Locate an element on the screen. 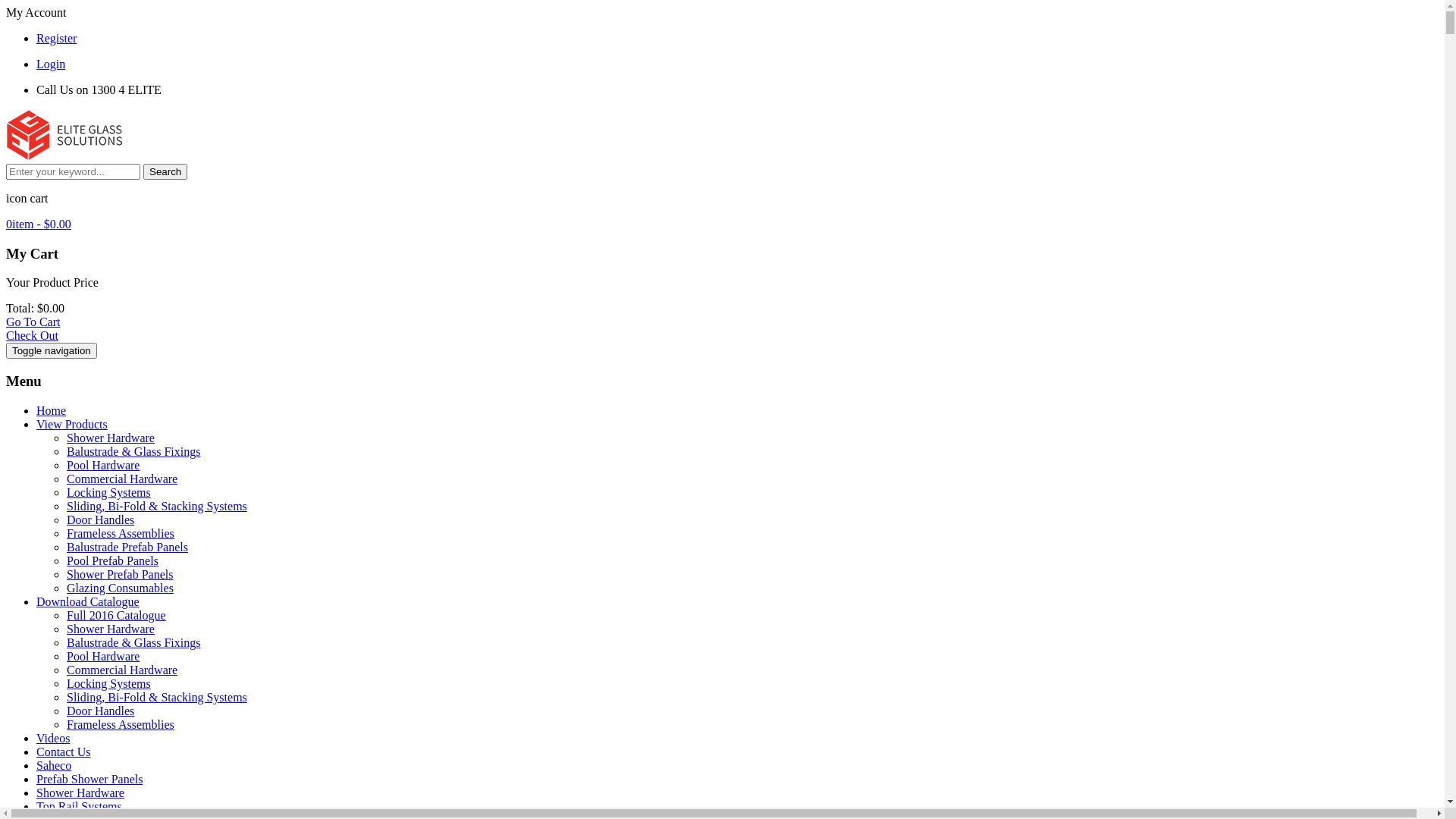  'Go To Cart' is located at coordinates (33, 321).